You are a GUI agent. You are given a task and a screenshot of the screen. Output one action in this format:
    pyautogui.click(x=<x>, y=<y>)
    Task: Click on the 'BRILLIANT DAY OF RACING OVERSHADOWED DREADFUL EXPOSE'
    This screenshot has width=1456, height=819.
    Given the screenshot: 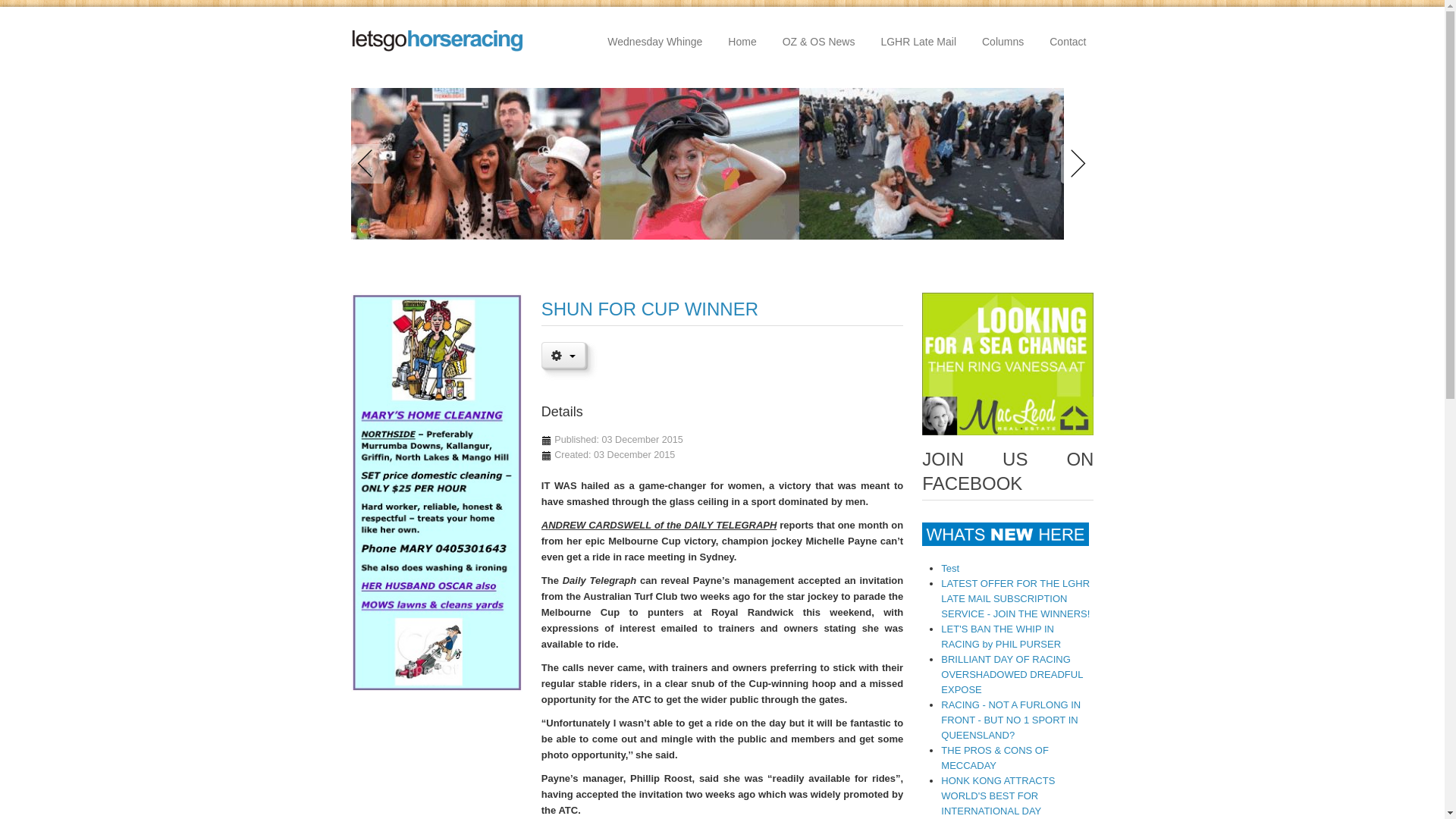 What is the action you would take?
    pyautogui.click(x=1012, y=673)
    